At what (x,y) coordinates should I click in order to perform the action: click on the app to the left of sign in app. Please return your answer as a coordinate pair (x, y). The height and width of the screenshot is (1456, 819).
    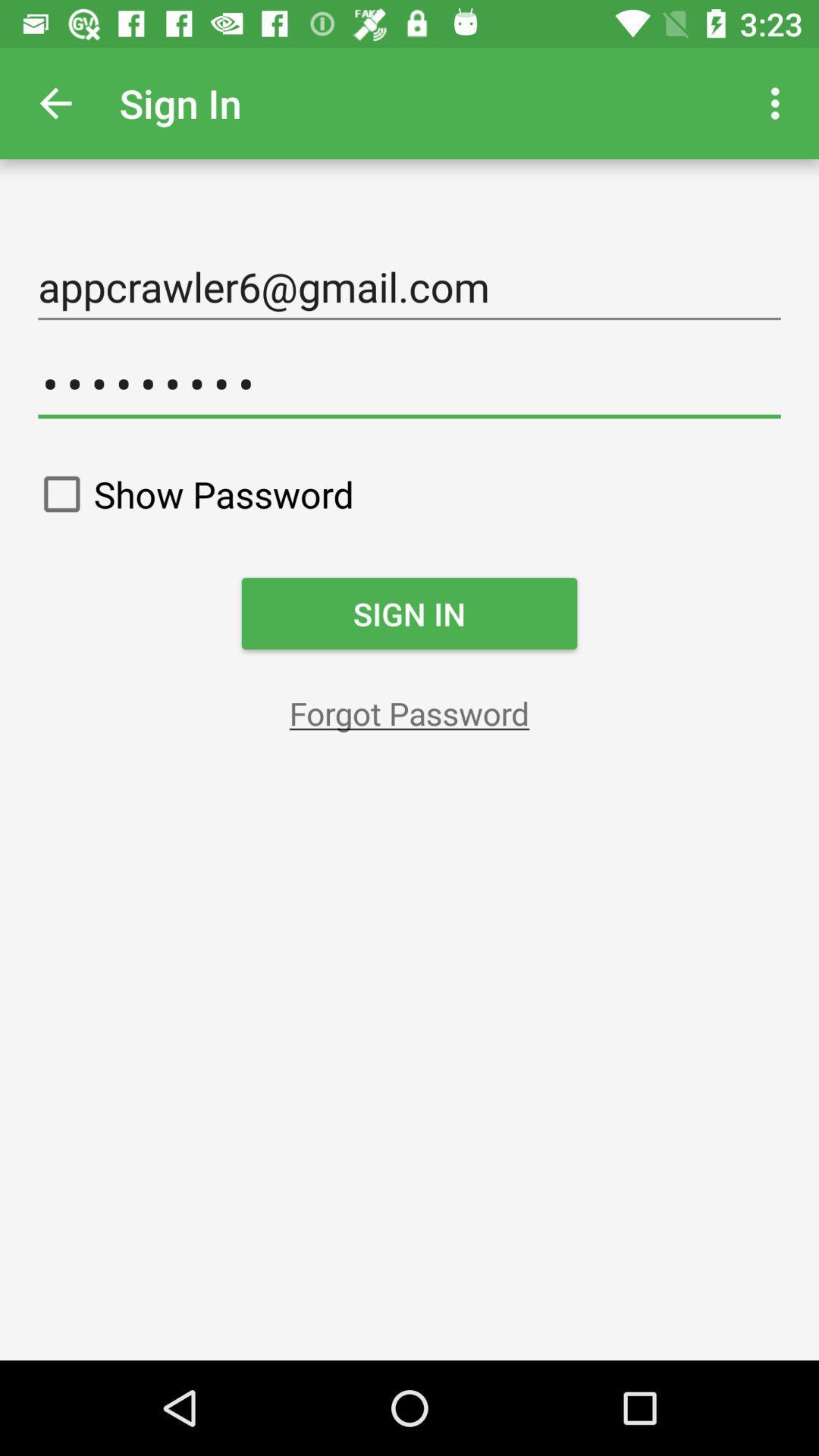
    Looking at the image, I should click on (55, 102).